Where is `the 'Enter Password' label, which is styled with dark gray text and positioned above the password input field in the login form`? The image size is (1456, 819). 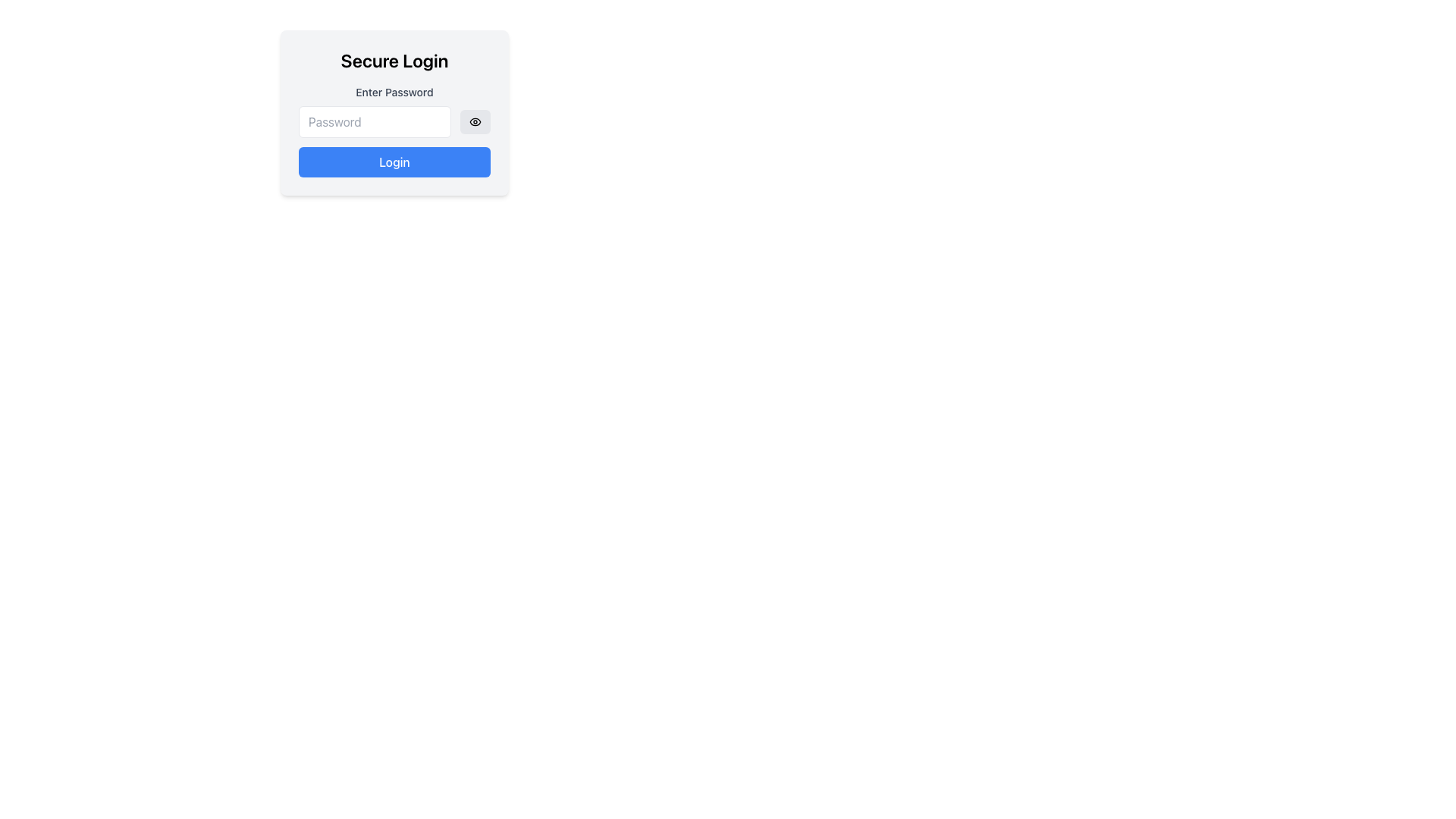 the 'Enter Password' label, which is styled with dark gray text and positioned above the password input field in the login form is located at coordinates (394, 93).